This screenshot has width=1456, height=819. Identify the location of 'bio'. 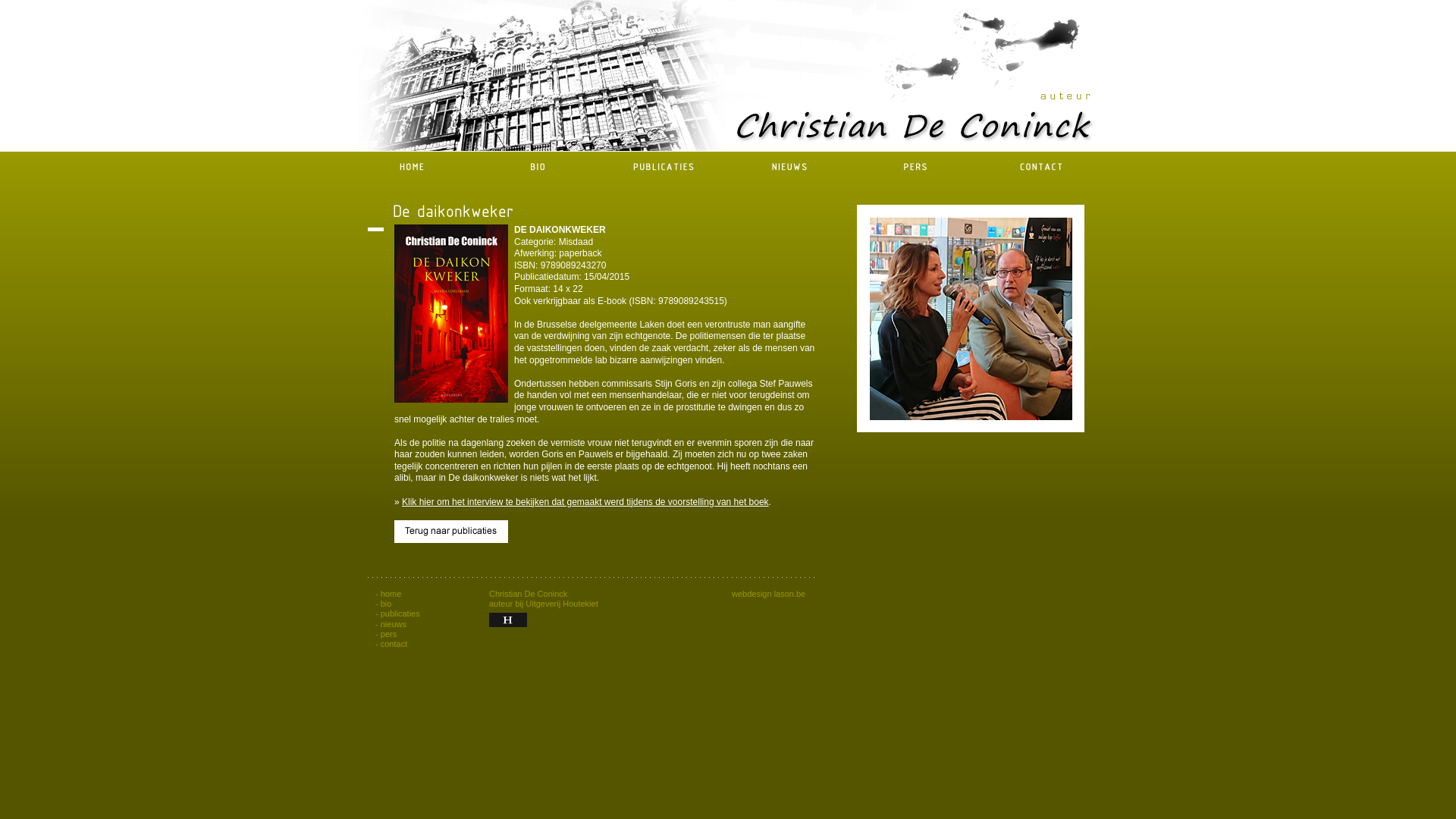
(386, 602).